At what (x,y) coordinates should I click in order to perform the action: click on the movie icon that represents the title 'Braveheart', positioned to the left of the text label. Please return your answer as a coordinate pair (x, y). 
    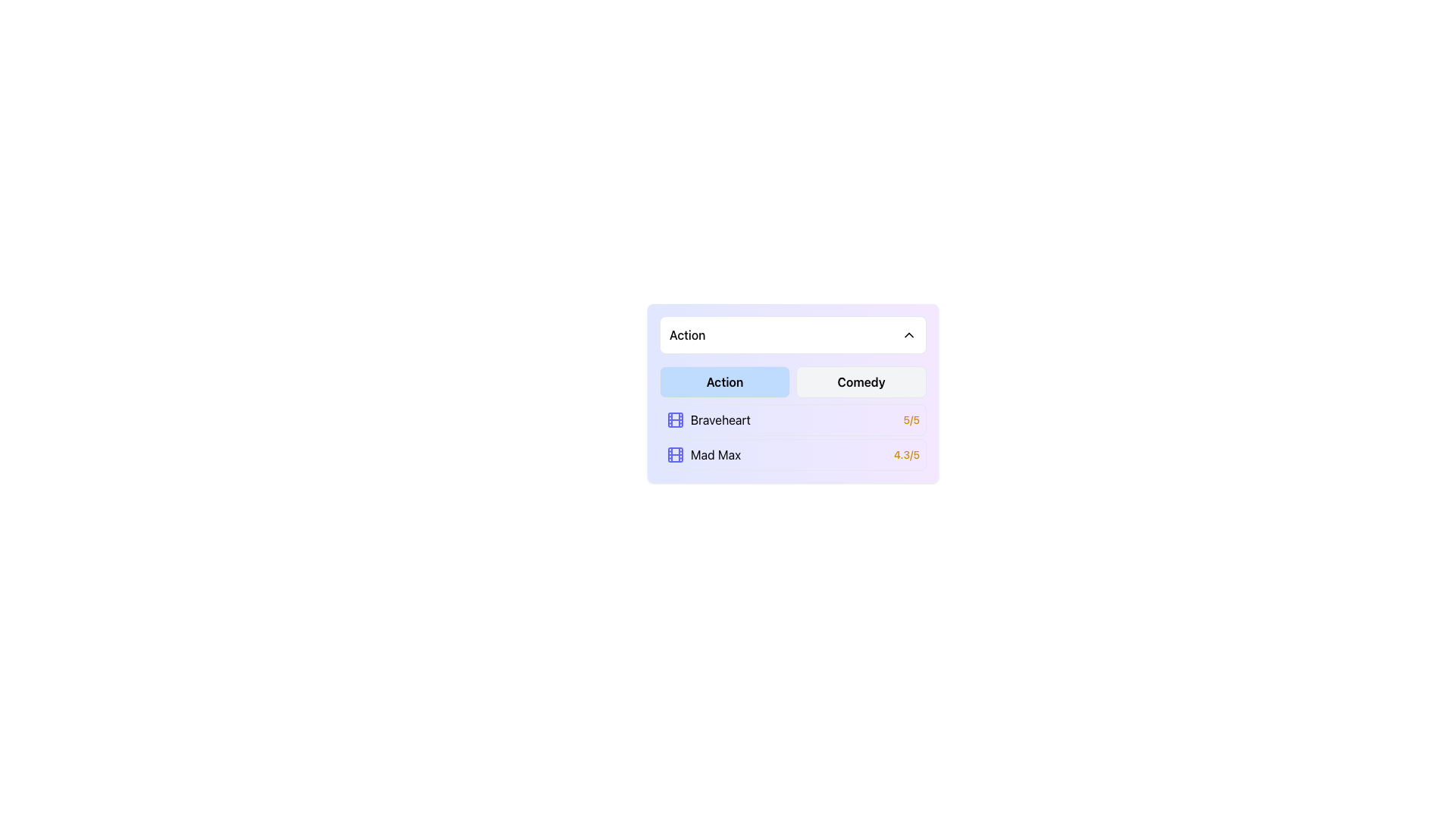
    Looking at the image, I should click on (675, 420).